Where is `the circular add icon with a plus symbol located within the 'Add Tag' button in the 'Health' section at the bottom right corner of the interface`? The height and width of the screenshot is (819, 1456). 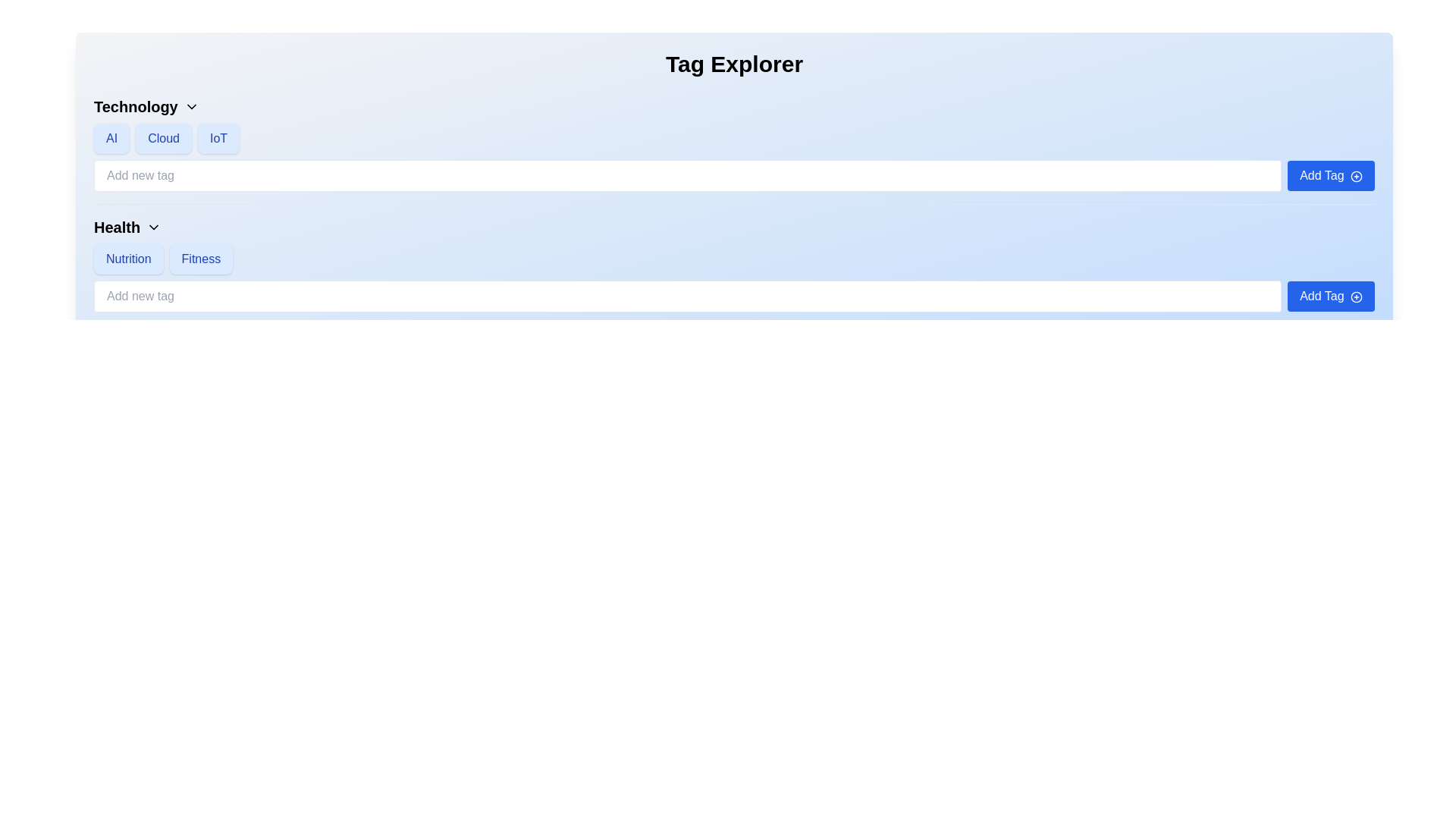
the circular add icon with a plus symbol located within the 'Add Tag' button in the 'Health' section at the bottom right corner of the interface is located at coordinates (1357, 296).